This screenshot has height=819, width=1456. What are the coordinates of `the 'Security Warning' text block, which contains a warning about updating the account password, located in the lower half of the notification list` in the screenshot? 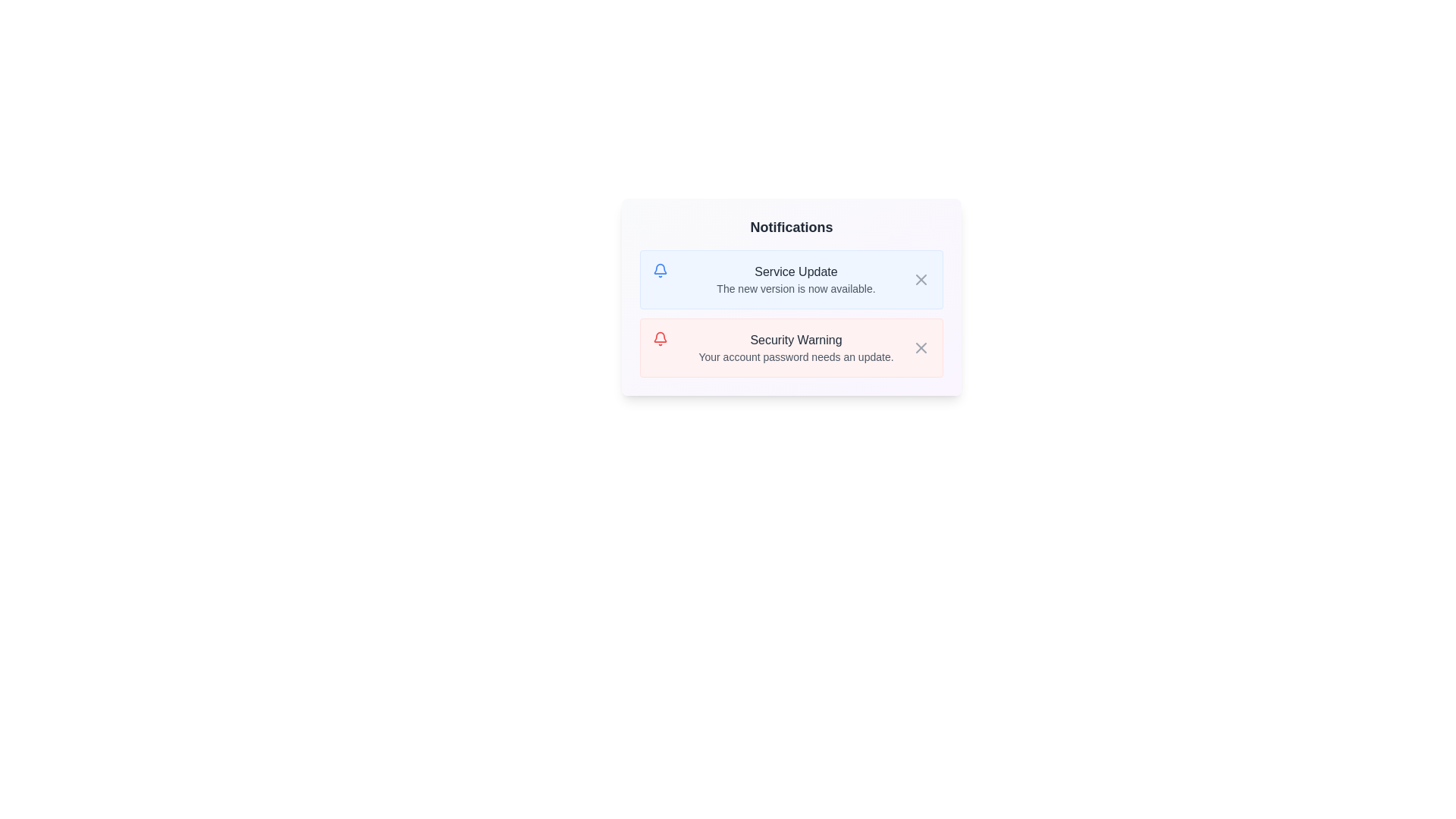 It's located at (795, 348).